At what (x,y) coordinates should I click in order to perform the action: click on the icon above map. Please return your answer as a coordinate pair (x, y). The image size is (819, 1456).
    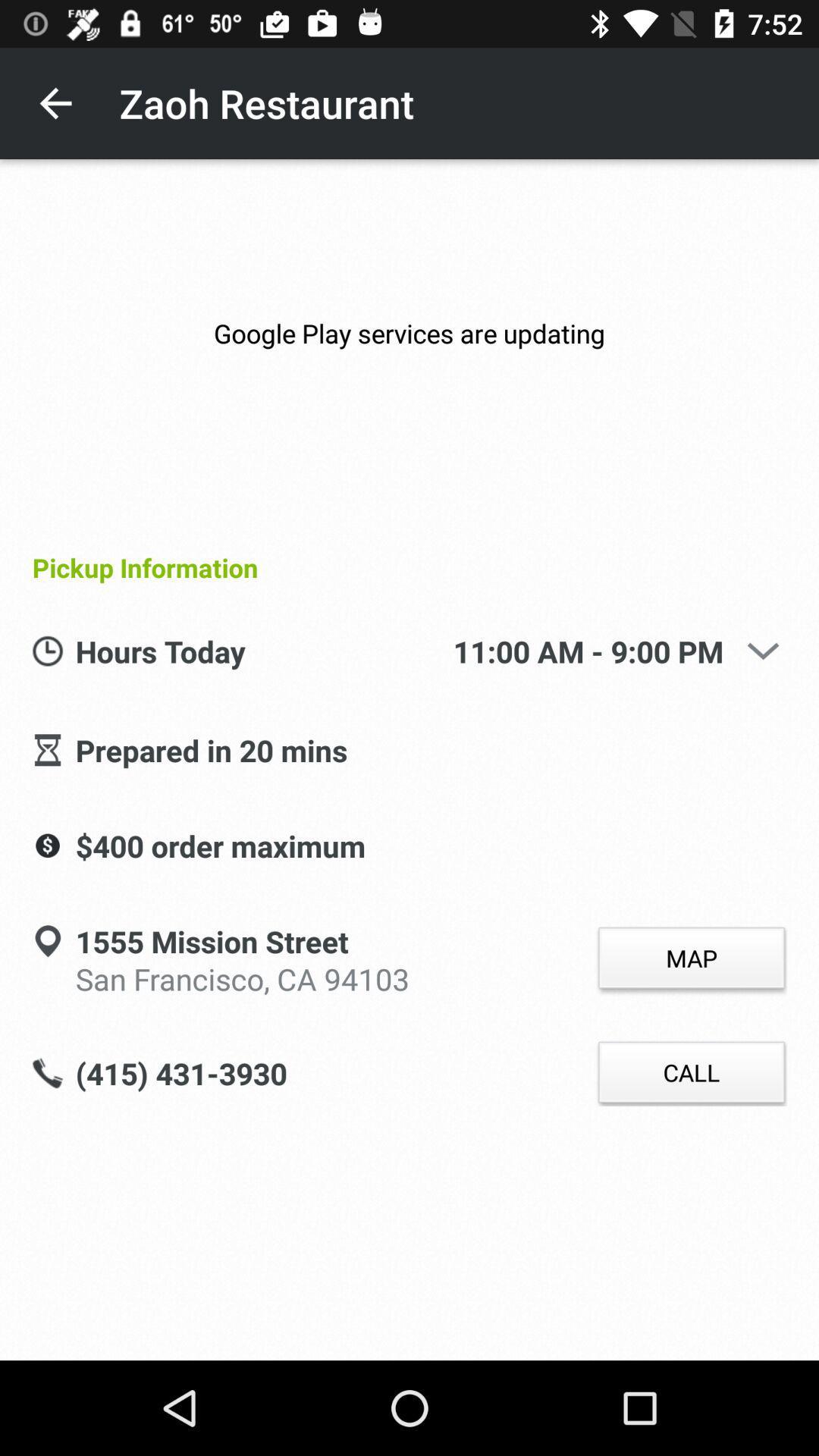
    Looking at the image, I should click on (763, 651).